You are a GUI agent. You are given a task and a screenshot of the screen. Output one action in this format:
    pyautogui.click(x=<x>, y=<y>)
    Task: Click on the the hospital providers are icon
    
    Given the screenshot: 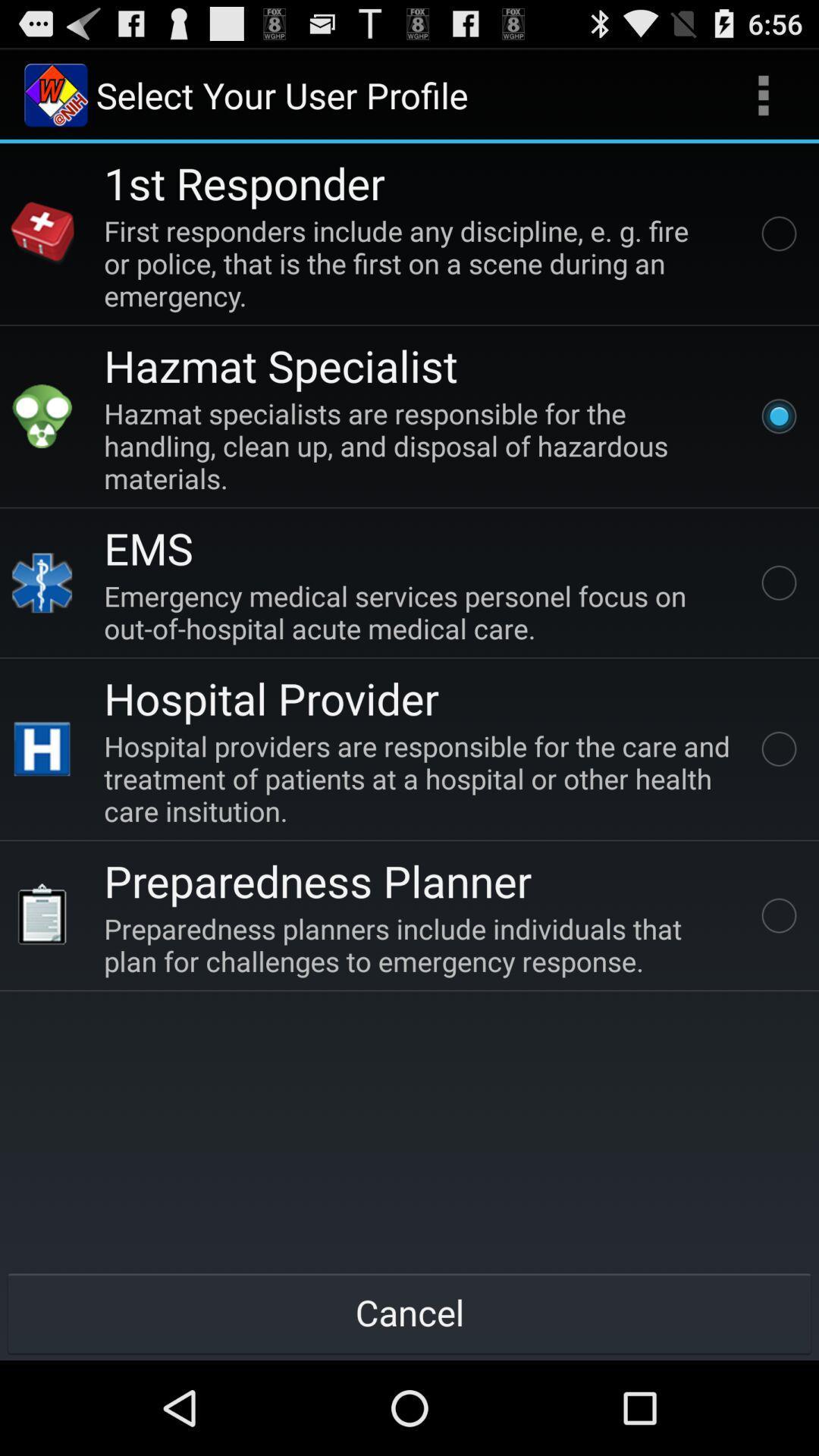 What is the action you would take?
    pyautogui.click(x=420, y=778)
    